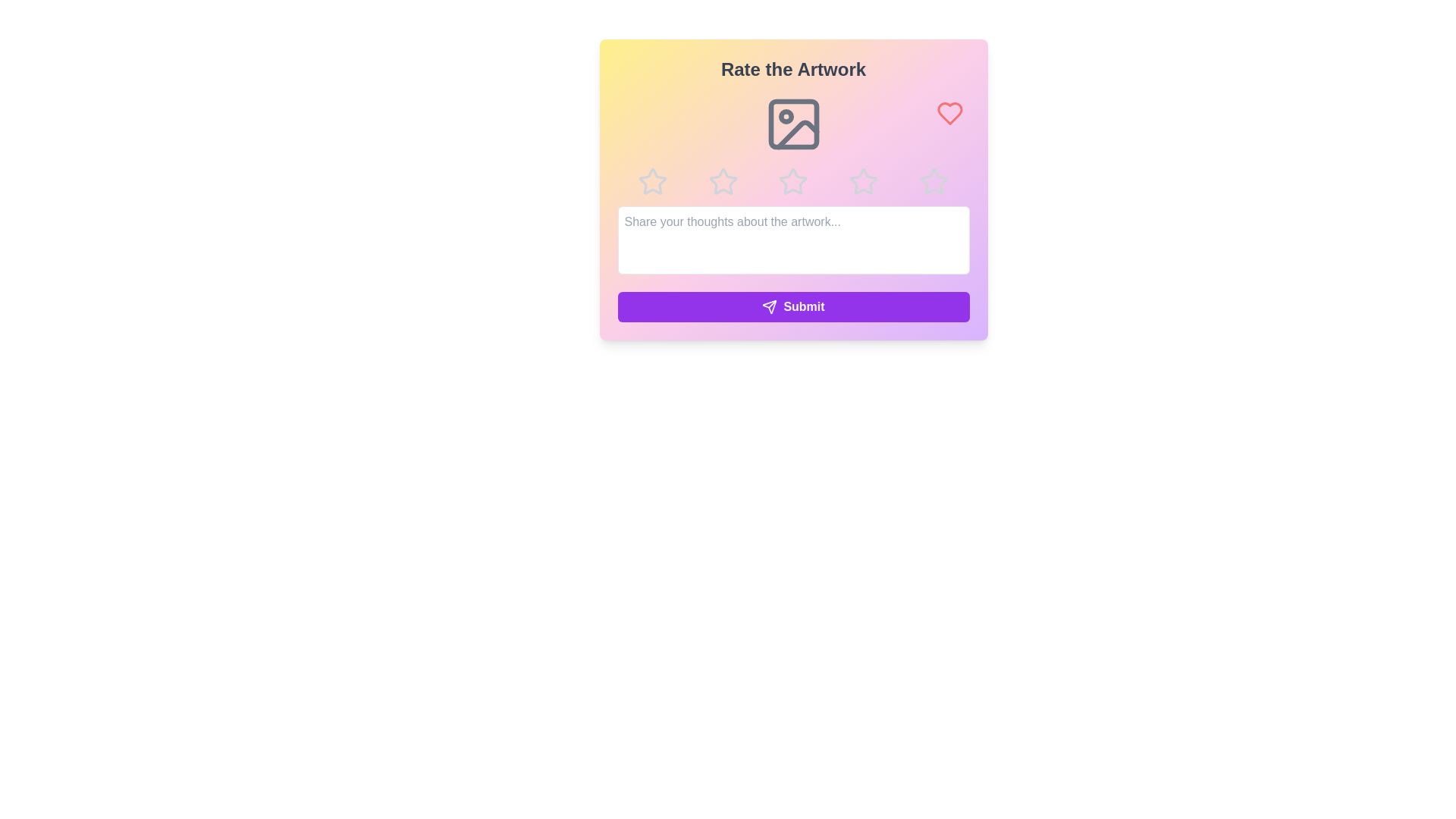  Describe the element at coordinates (792, 239) in the screenshot. I see `the text area and type the feedback text` at that location.